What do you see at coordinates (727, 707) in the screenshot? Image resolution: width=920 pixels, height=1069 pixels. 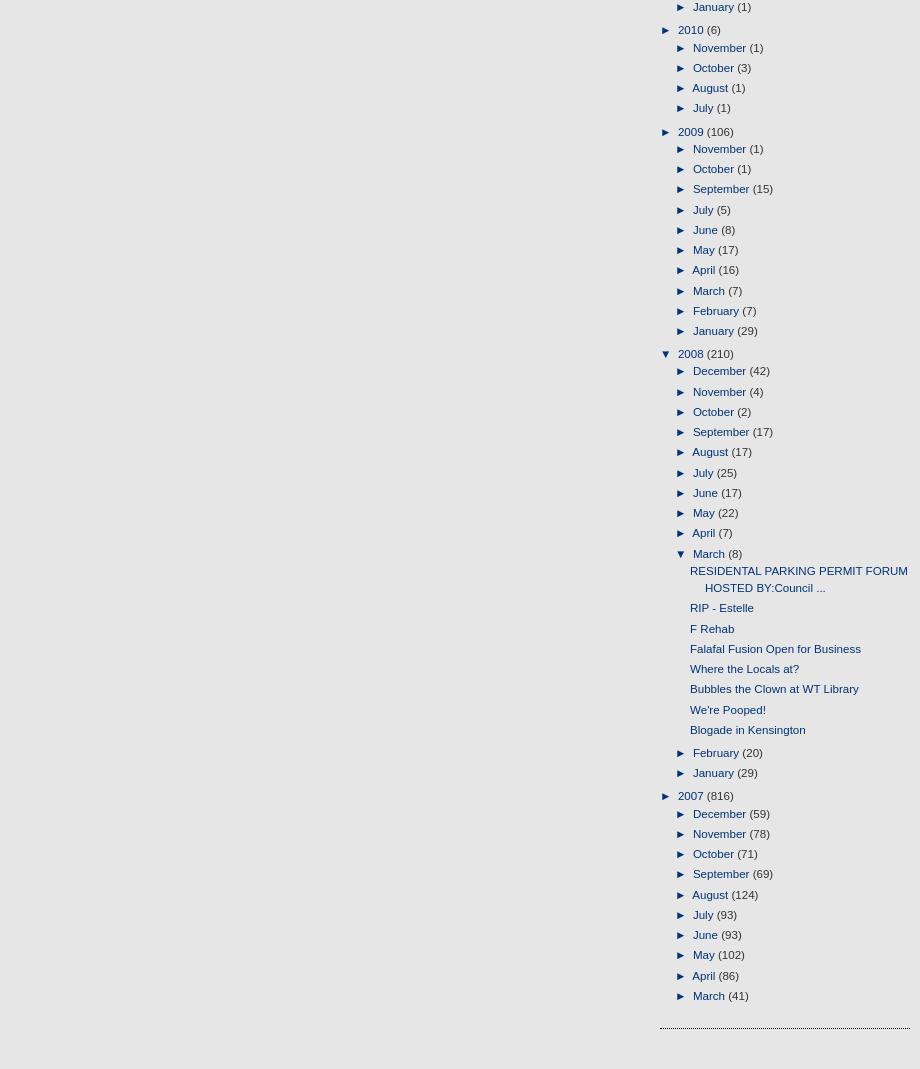 I see `'We're Pooped!'` at bounding box center [727, 707].